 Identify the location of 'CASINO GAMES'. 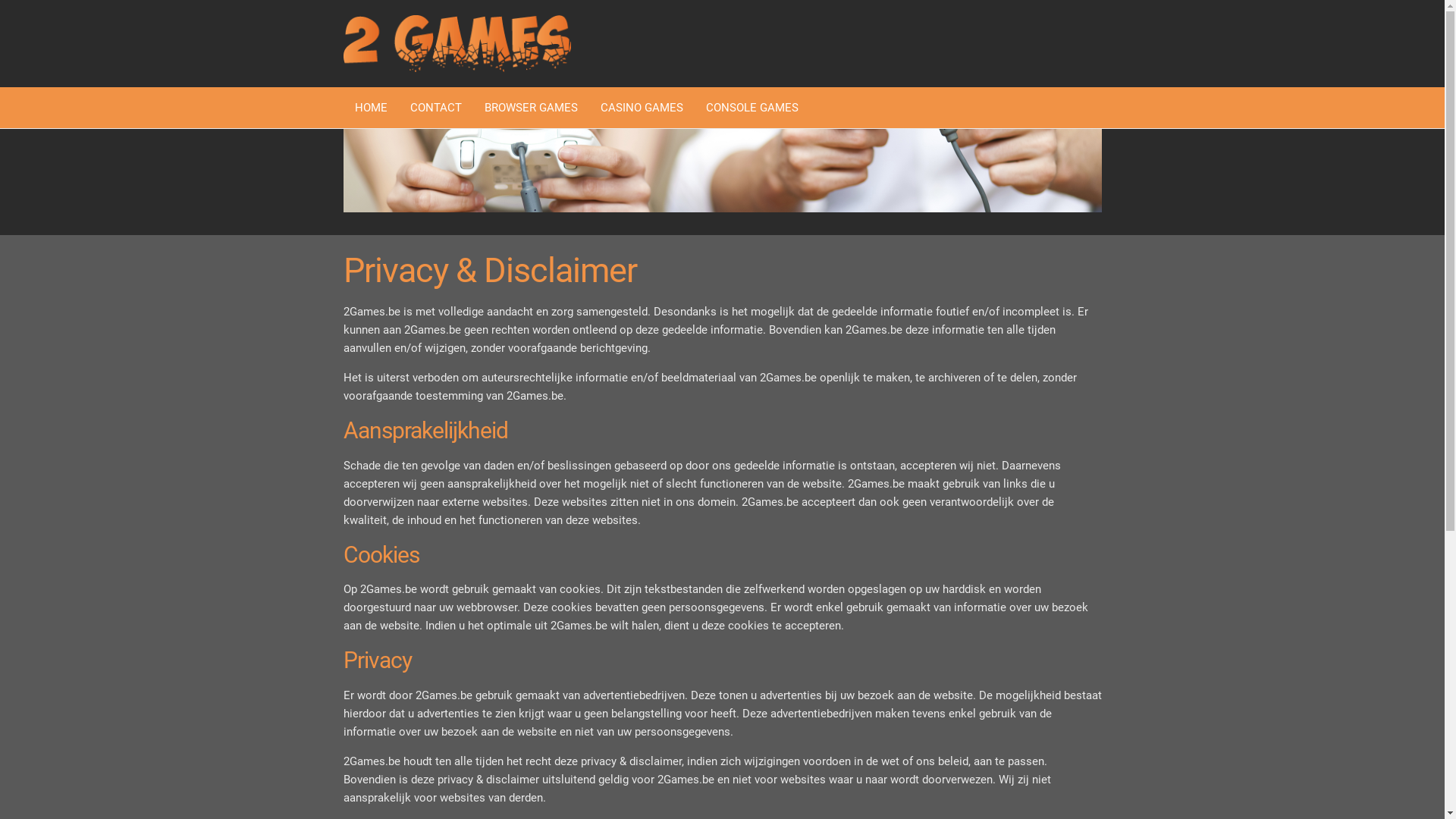
(641, 107).